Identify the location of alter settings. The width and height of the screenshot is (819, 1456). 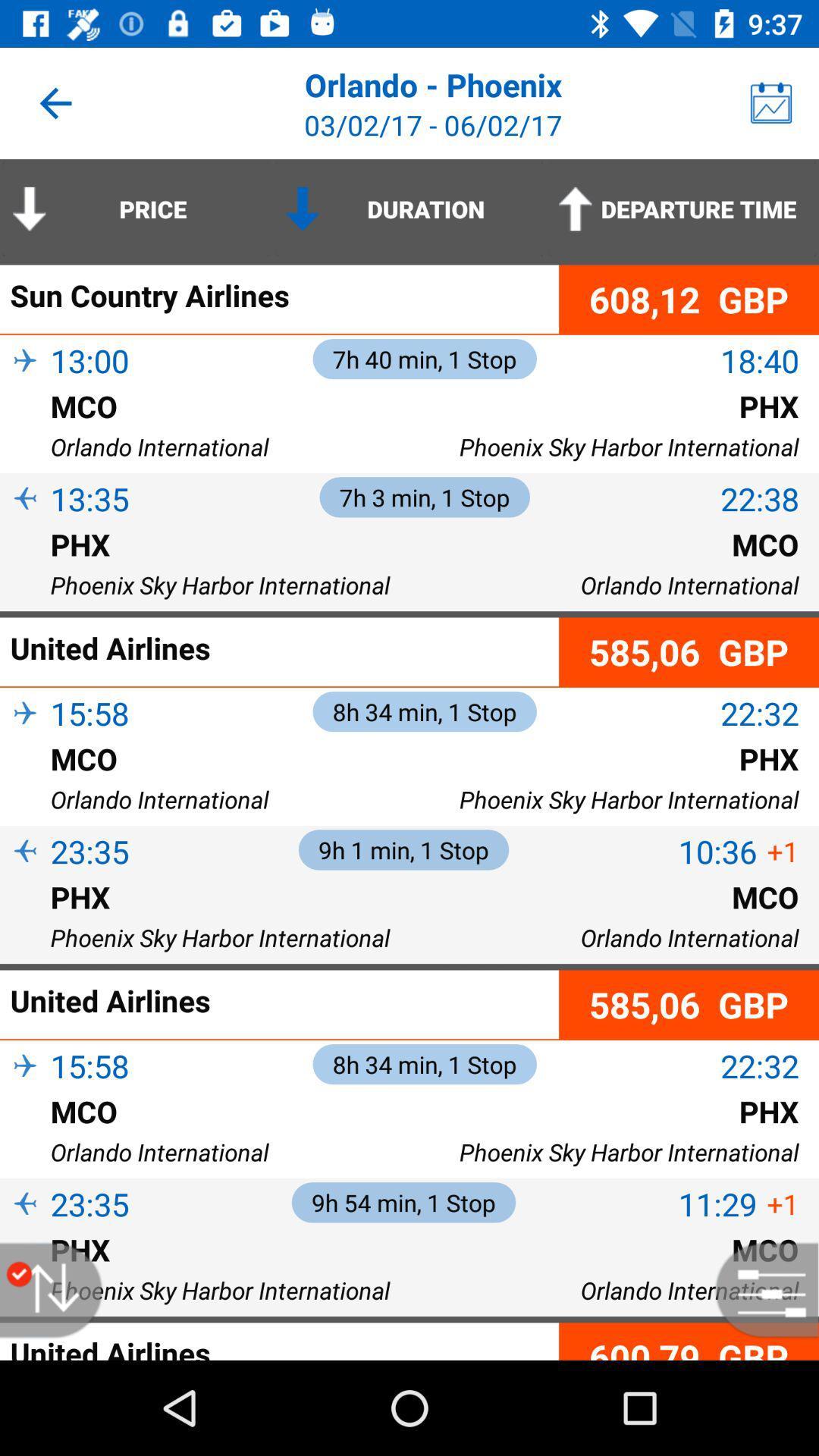
(759, 1289).